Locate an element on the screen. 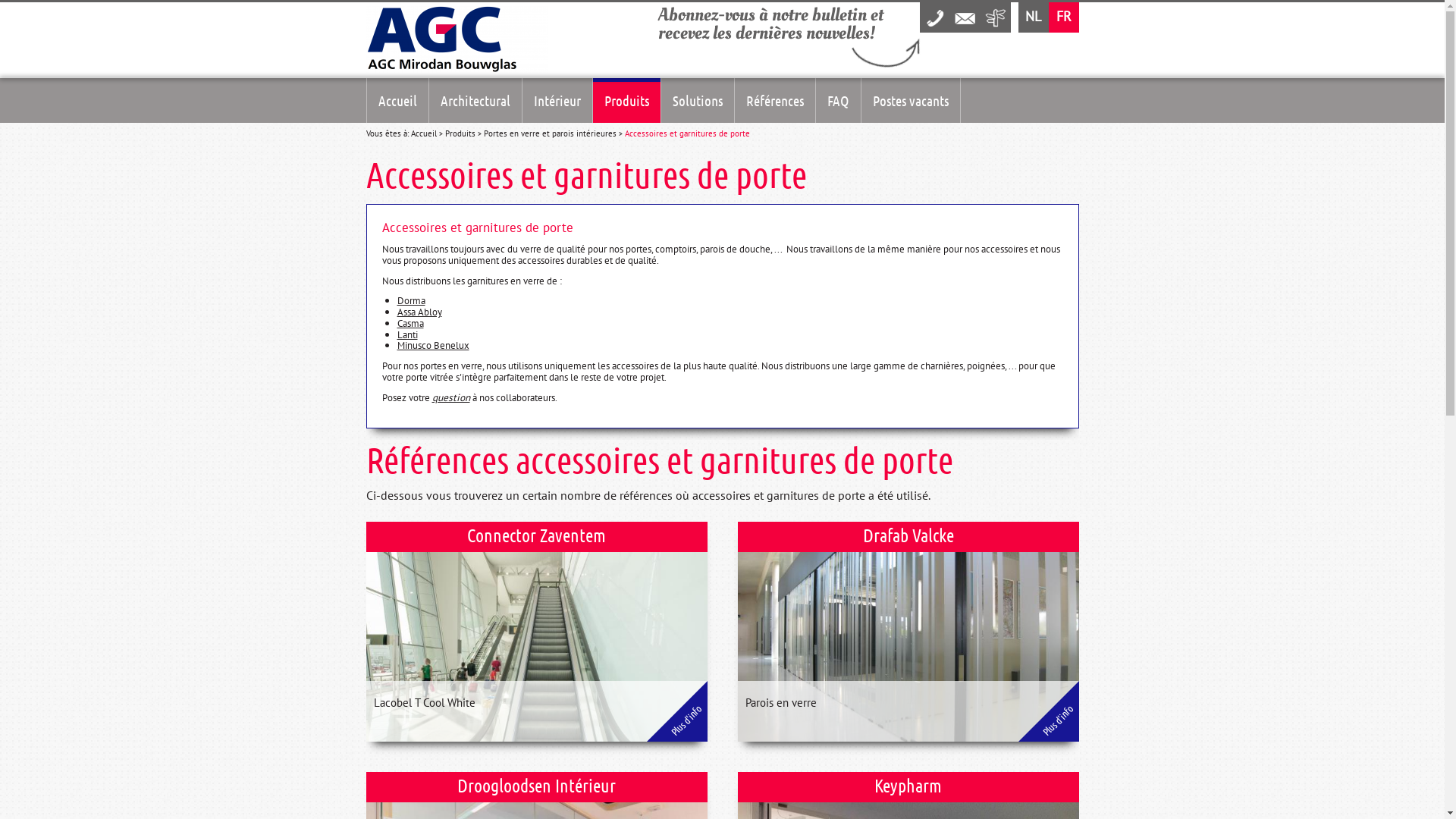 The height and width of the screenshot is (819, 1456). 'NL' is located at coordinates (1032, 17).